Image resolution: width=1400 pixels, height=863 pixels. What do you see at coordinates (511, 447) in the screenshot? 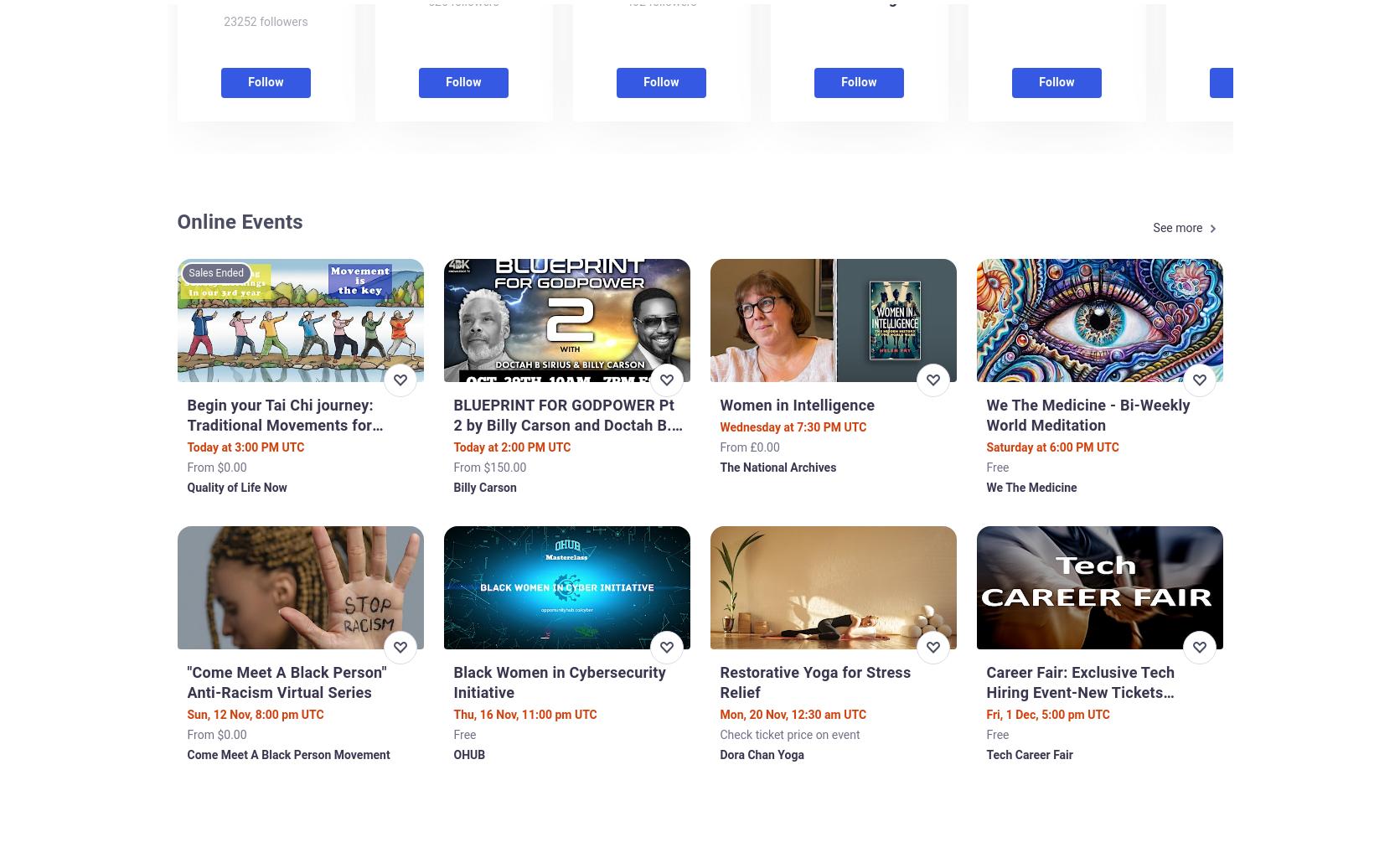
I see `'Today at 2:00 PM UTC'` at bounding box center [511, 447].